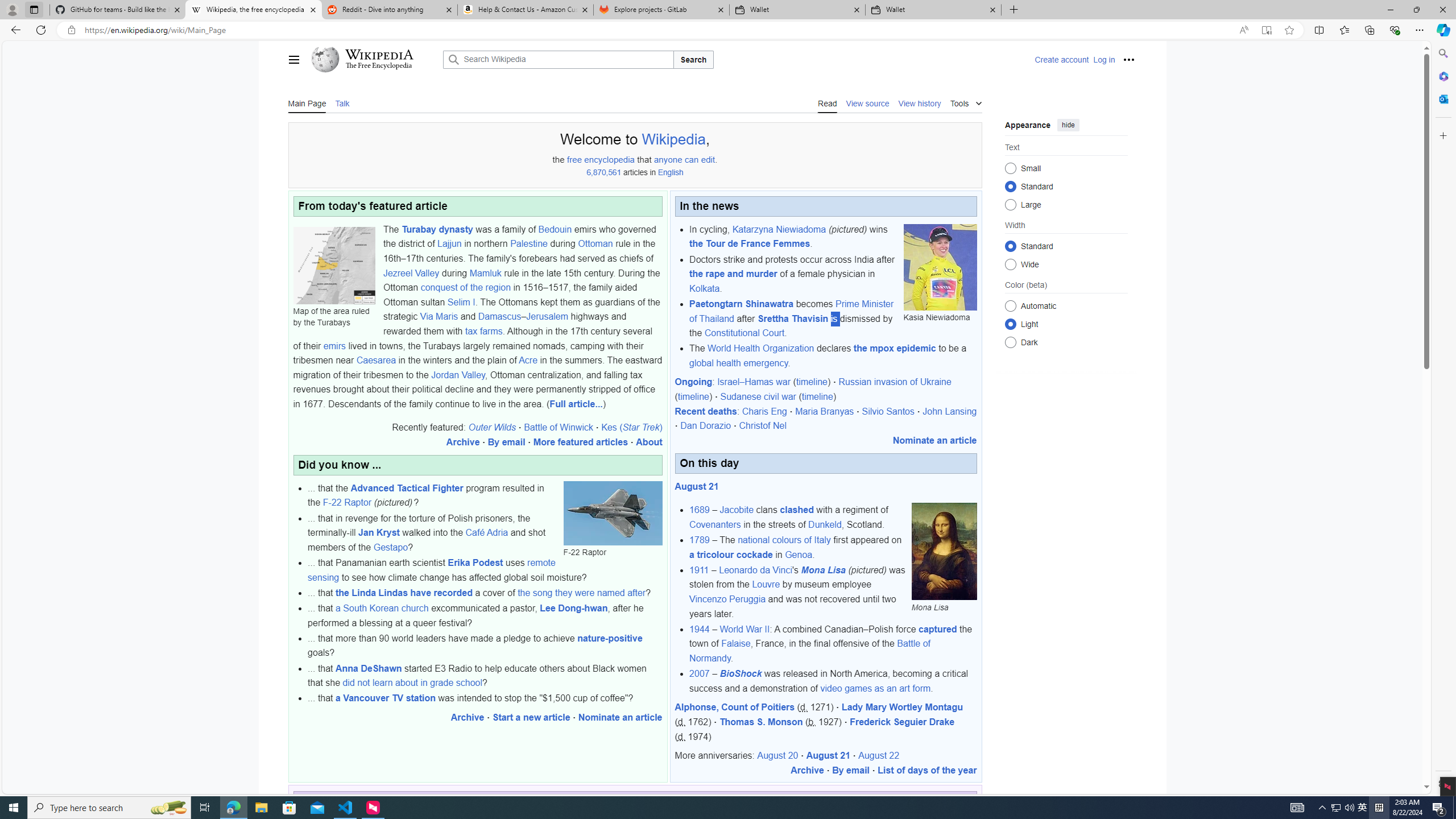 This screenshot has height=819, width=1456. I want to click on 'Reddit - Dive into anything', so click(390, 9).